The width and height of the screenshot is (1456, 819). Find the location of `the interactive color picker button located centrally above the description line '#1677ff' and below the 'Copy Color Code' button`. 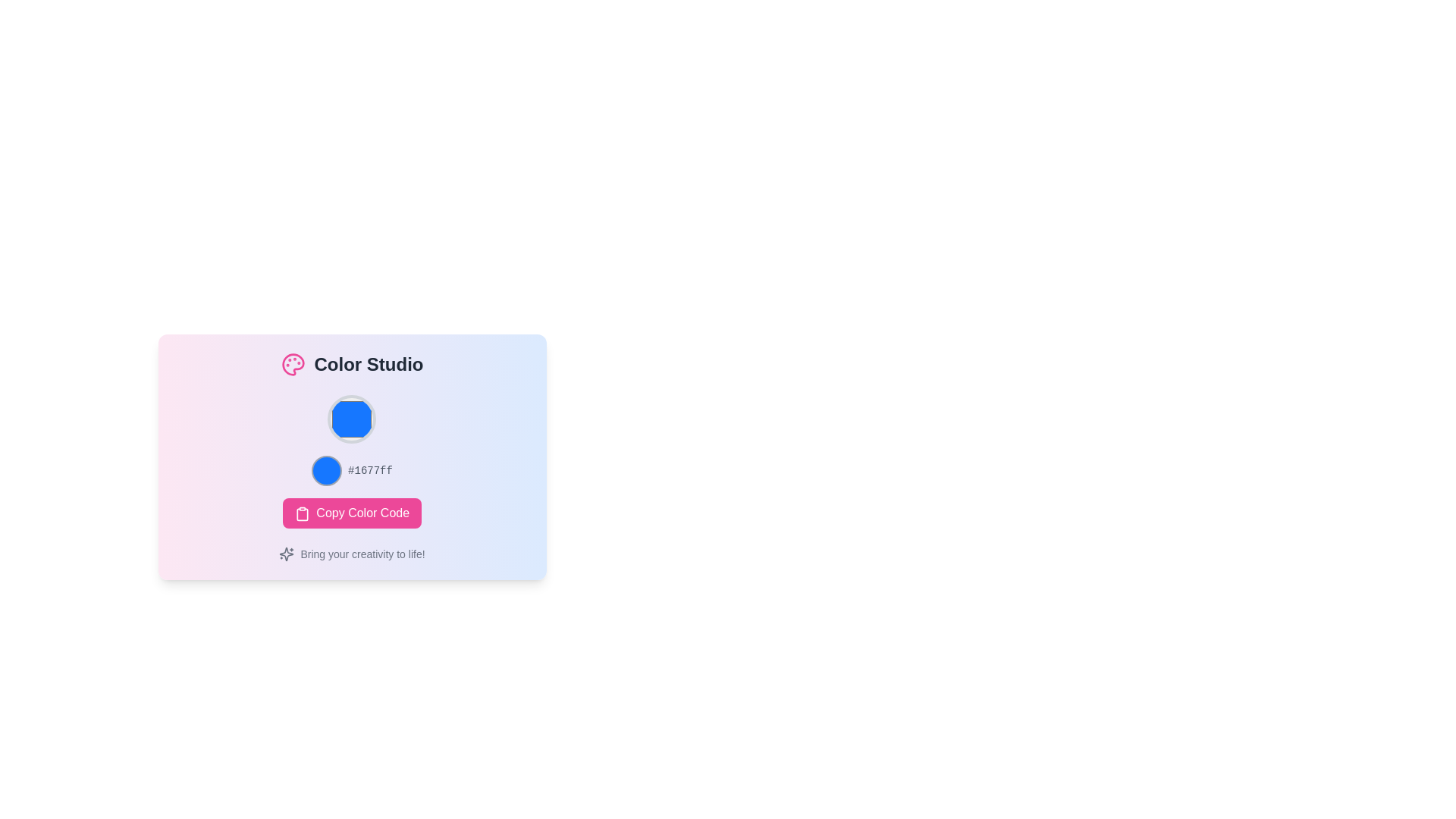

the interactive color picker button located centrally above the description line '#1677ff' and below the 'Copy Color Code' button is located at coordinates (351, 419).